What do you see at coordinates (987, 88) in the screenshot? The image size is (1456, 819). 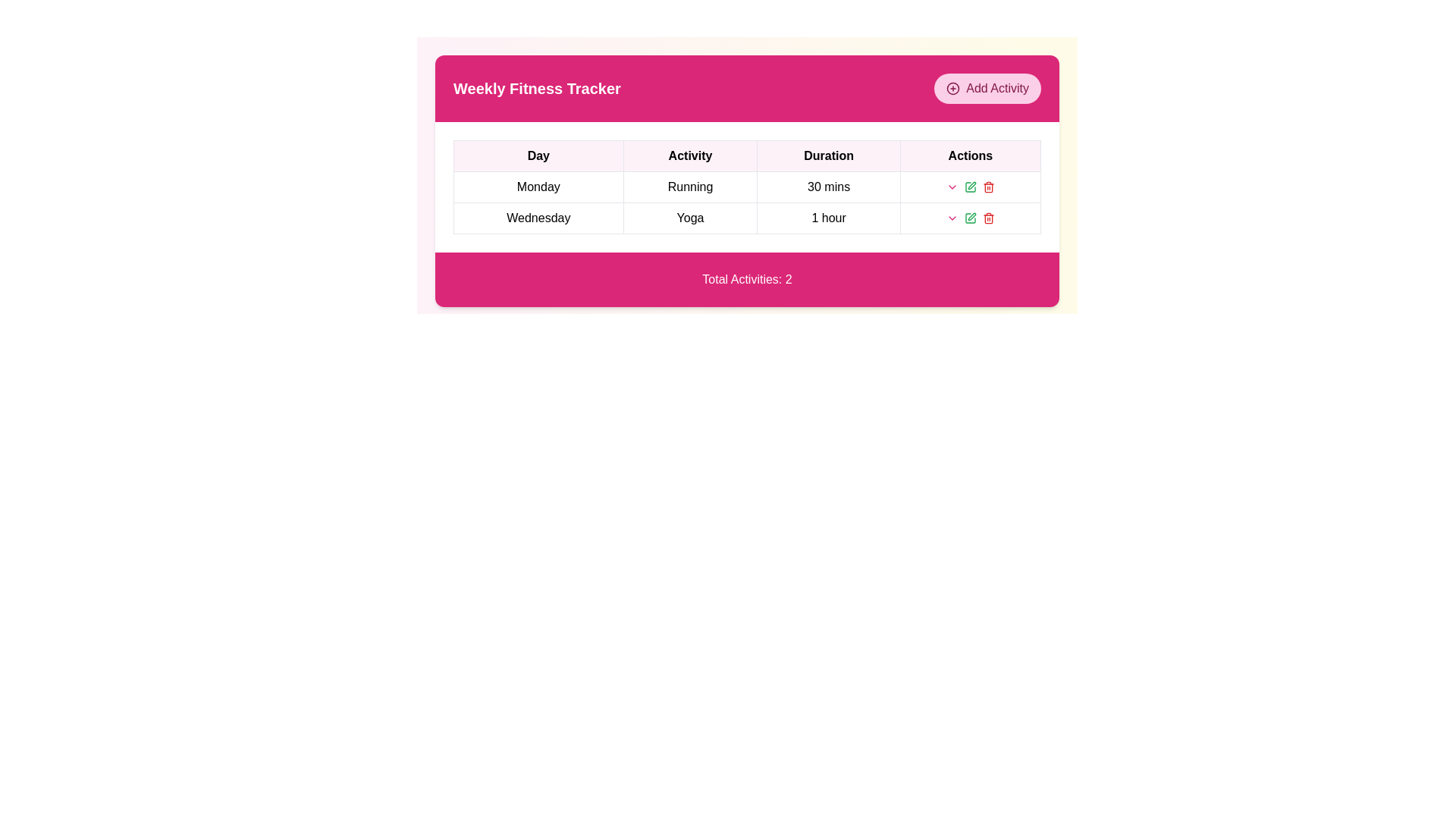 I see `the rounded pink button labeled 'Add Activity' located in the top-right corner of the header section` at bounding box center [987, 88].